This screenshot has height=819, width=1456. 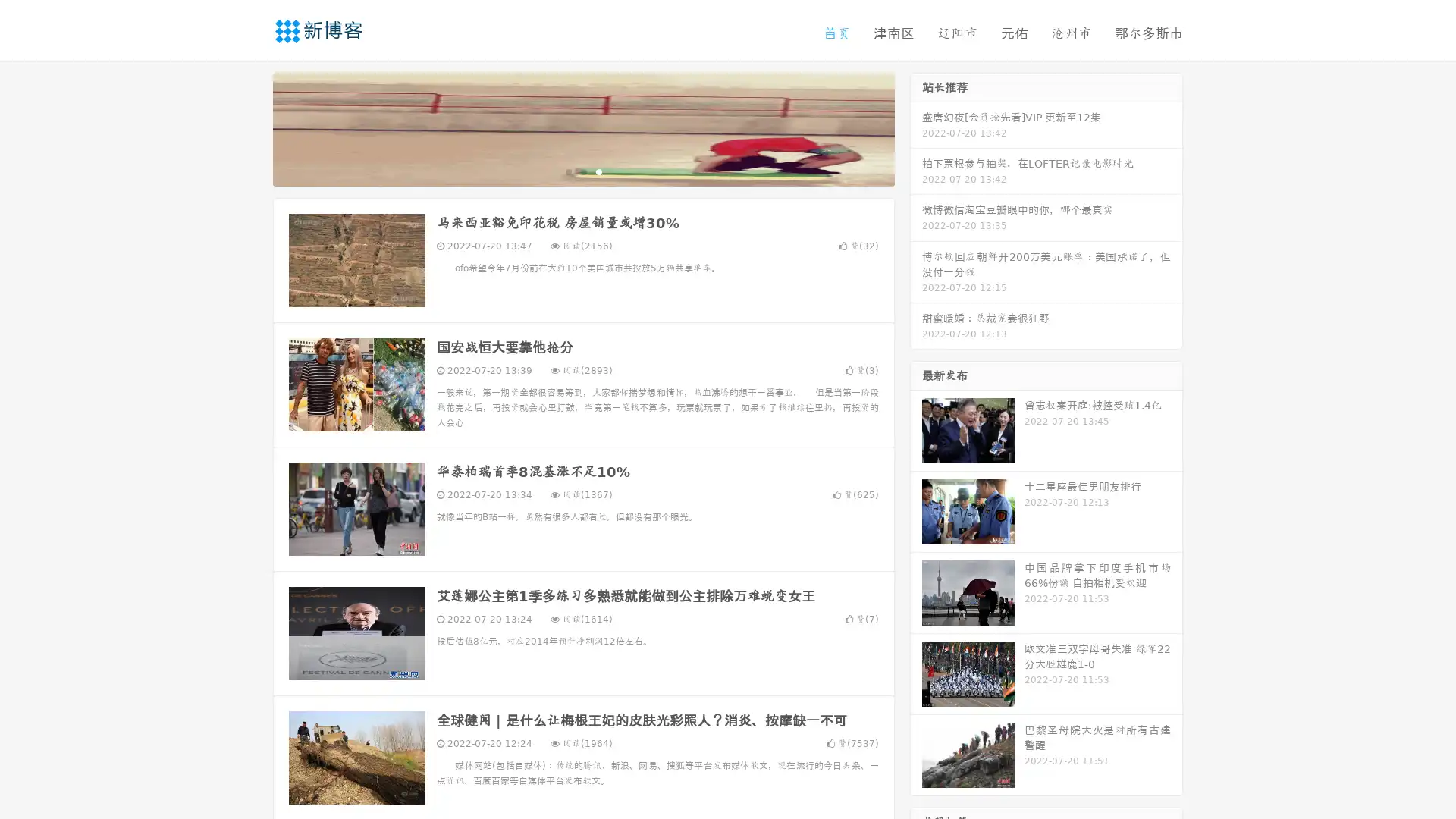 What do you see at coordinates (582, 171) in the screenshot?
I see `Go to slide 2` at bounding box center [582, 171].